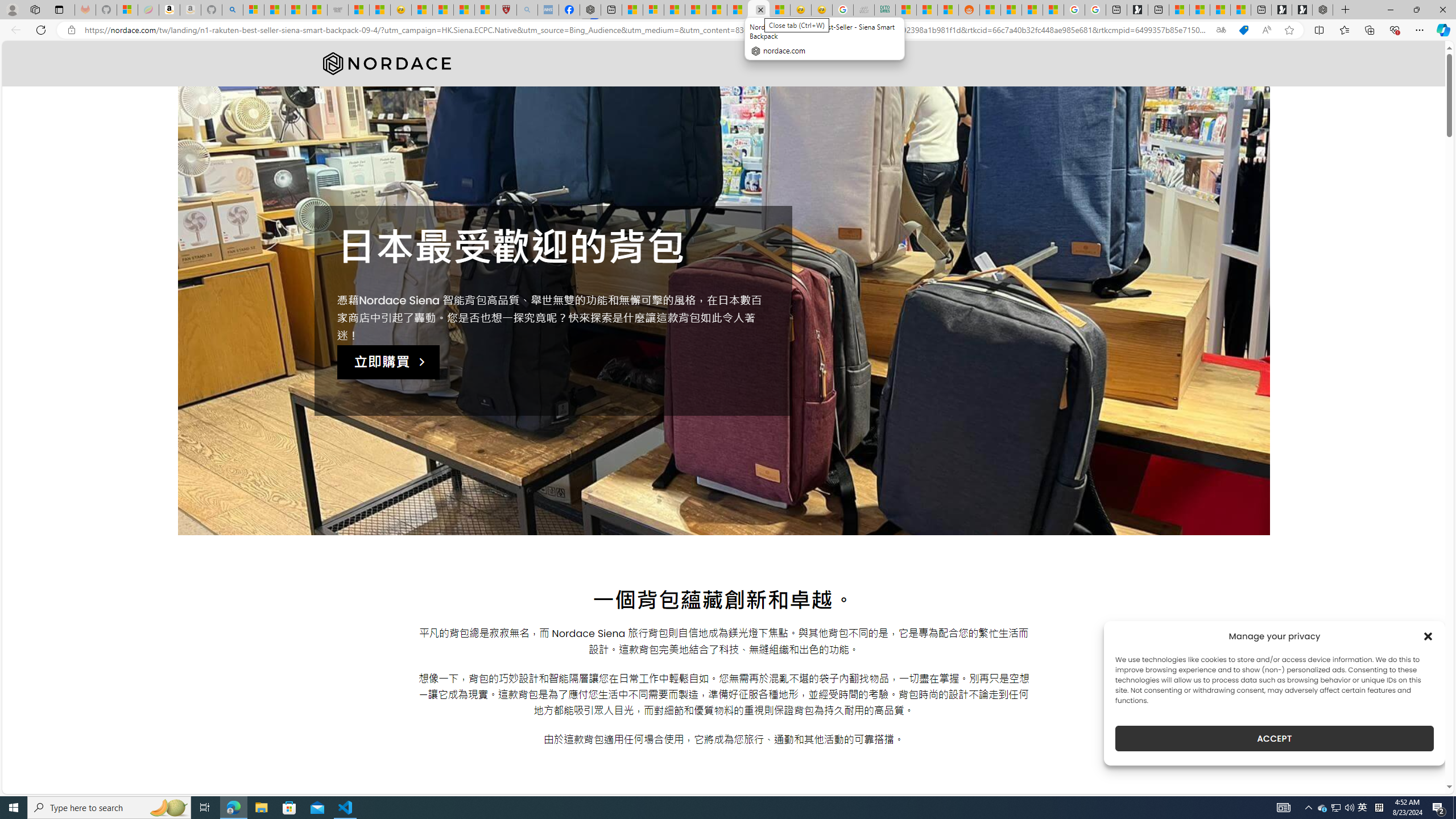 The image size is (1456, 819). I want to click on 'Read aloud this page (Ctrl+Shift+U)', so click(1266, 30).